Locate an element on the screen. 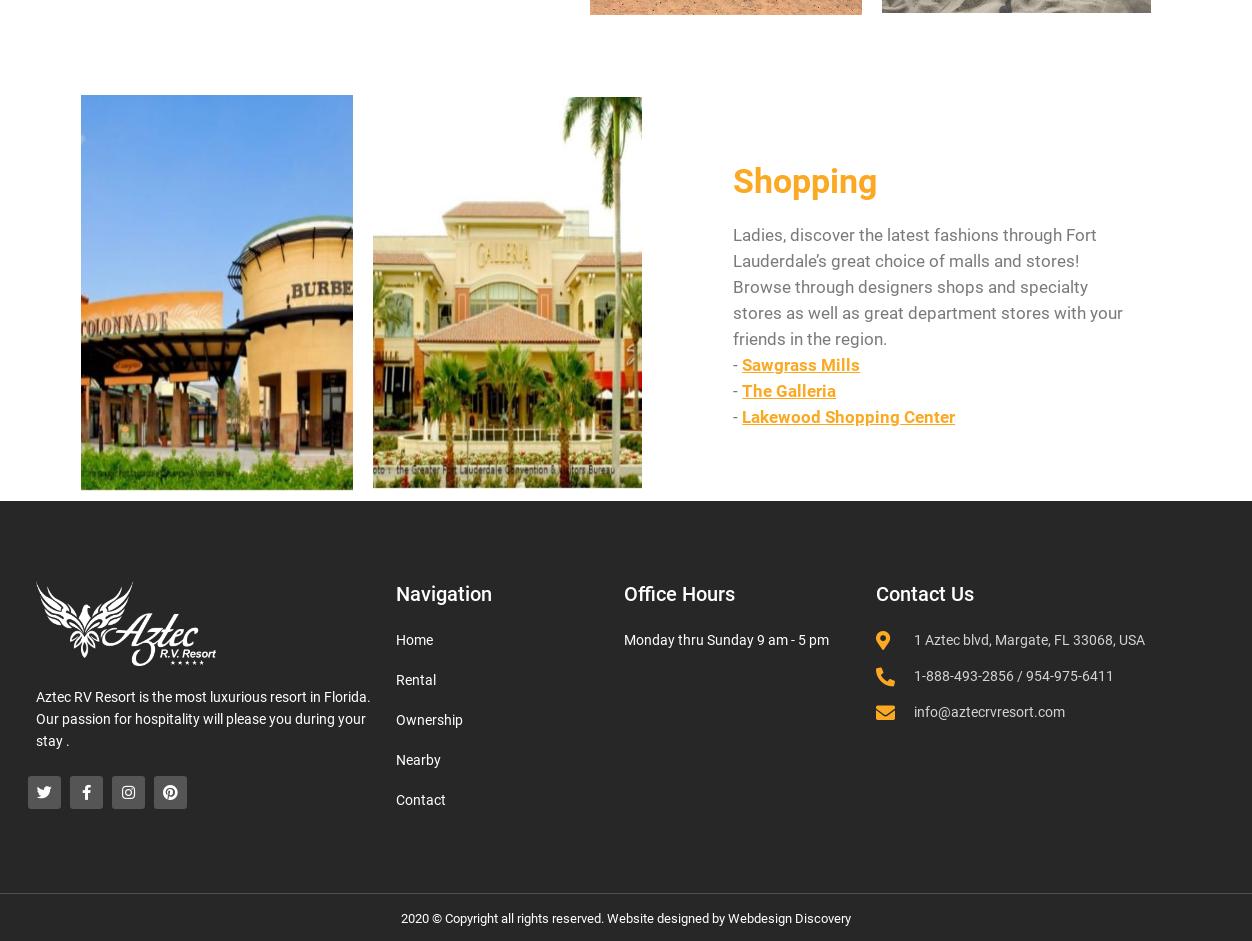  'Lakewood Shopping Center' is located at coordinates (848, 415).